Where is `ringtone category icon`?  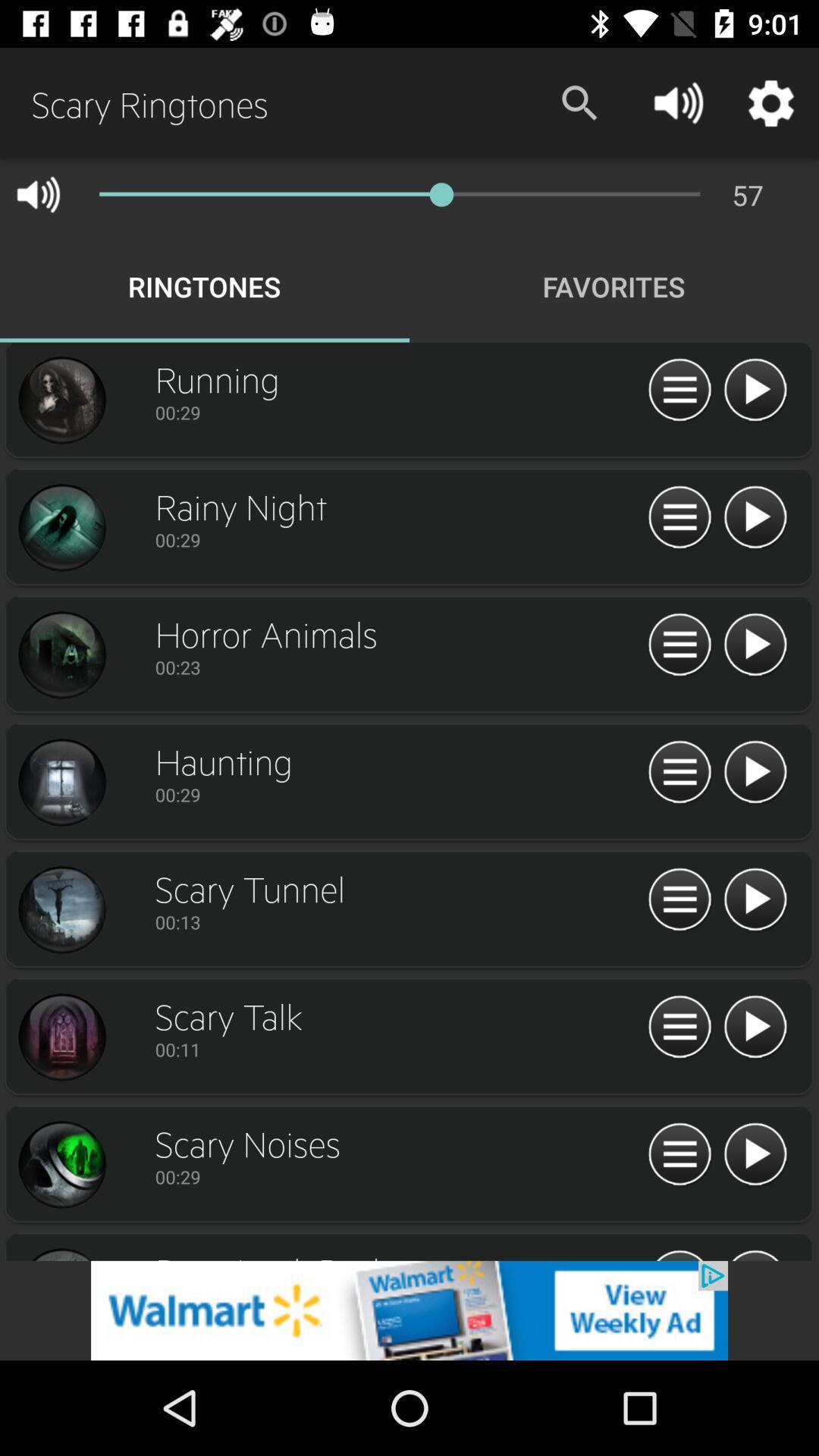
ringtone category icon is located at coordinates (61, 655).